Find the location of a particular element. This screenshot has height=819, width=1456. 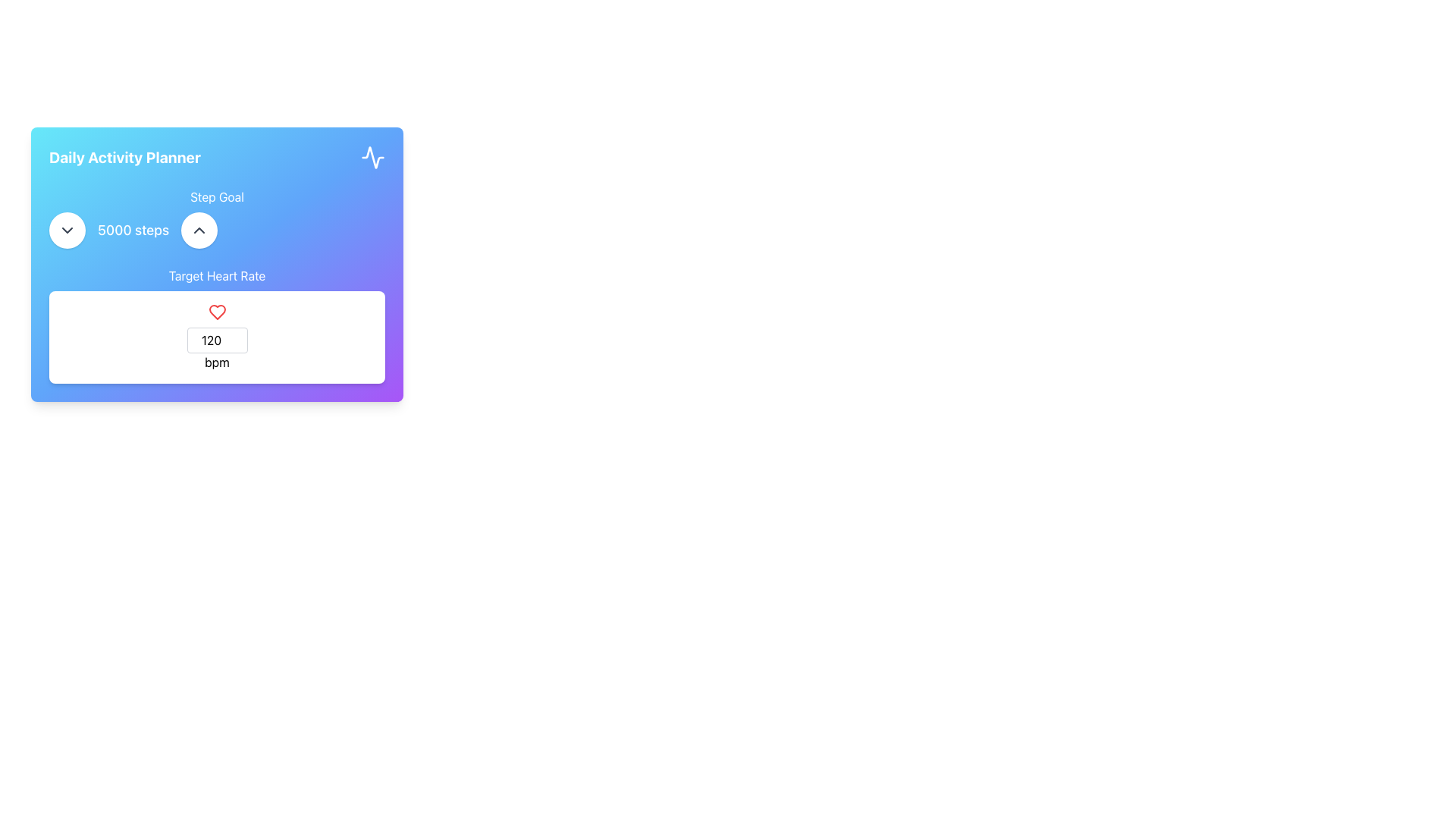

the non-interactive text content displaying the current step goal value, located centrally within the 'Daily Activity Planner' card is located at coordinates (133, 231).